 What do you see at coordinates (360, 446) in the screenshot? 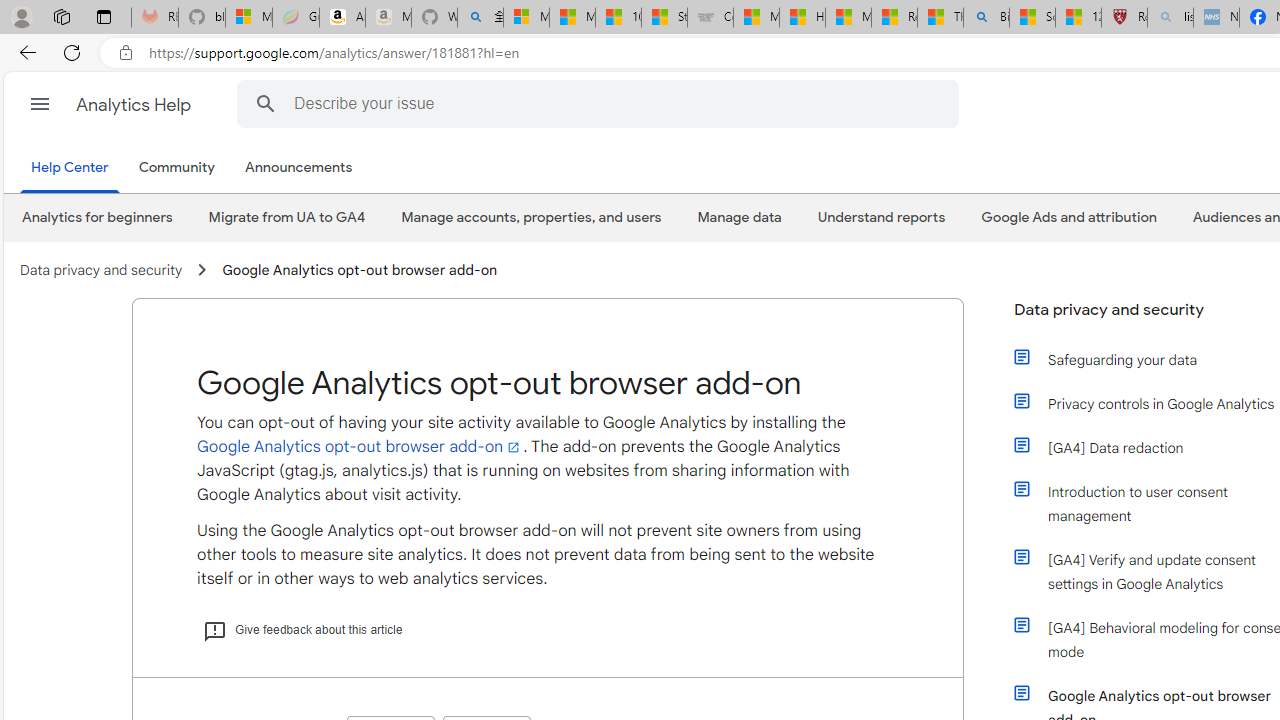
I see `'Google Analytics opt-out browser add-on'` at bounding box center [360, 446].